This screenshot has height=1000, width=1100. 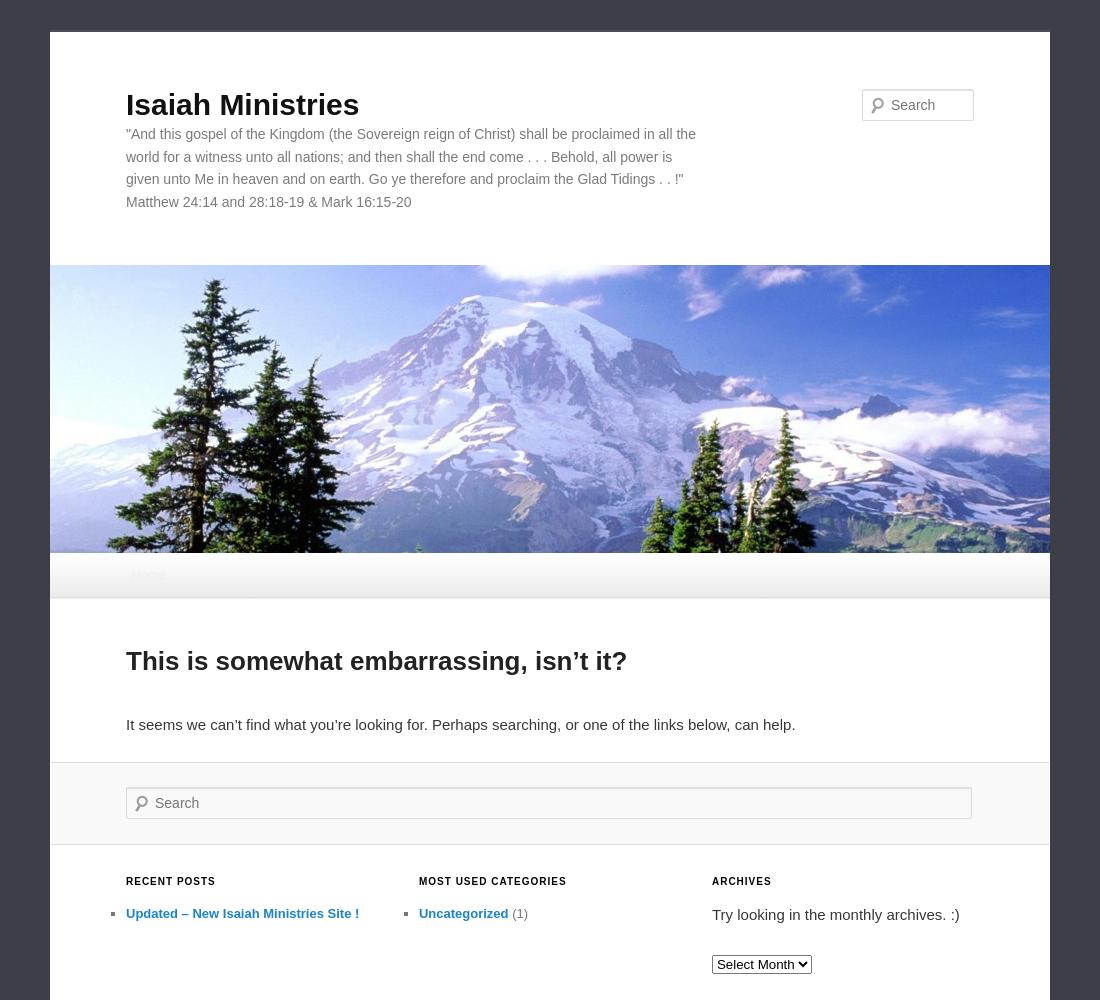 I want to click on 'Isaiah Ministries', so click(x=242, y=102).